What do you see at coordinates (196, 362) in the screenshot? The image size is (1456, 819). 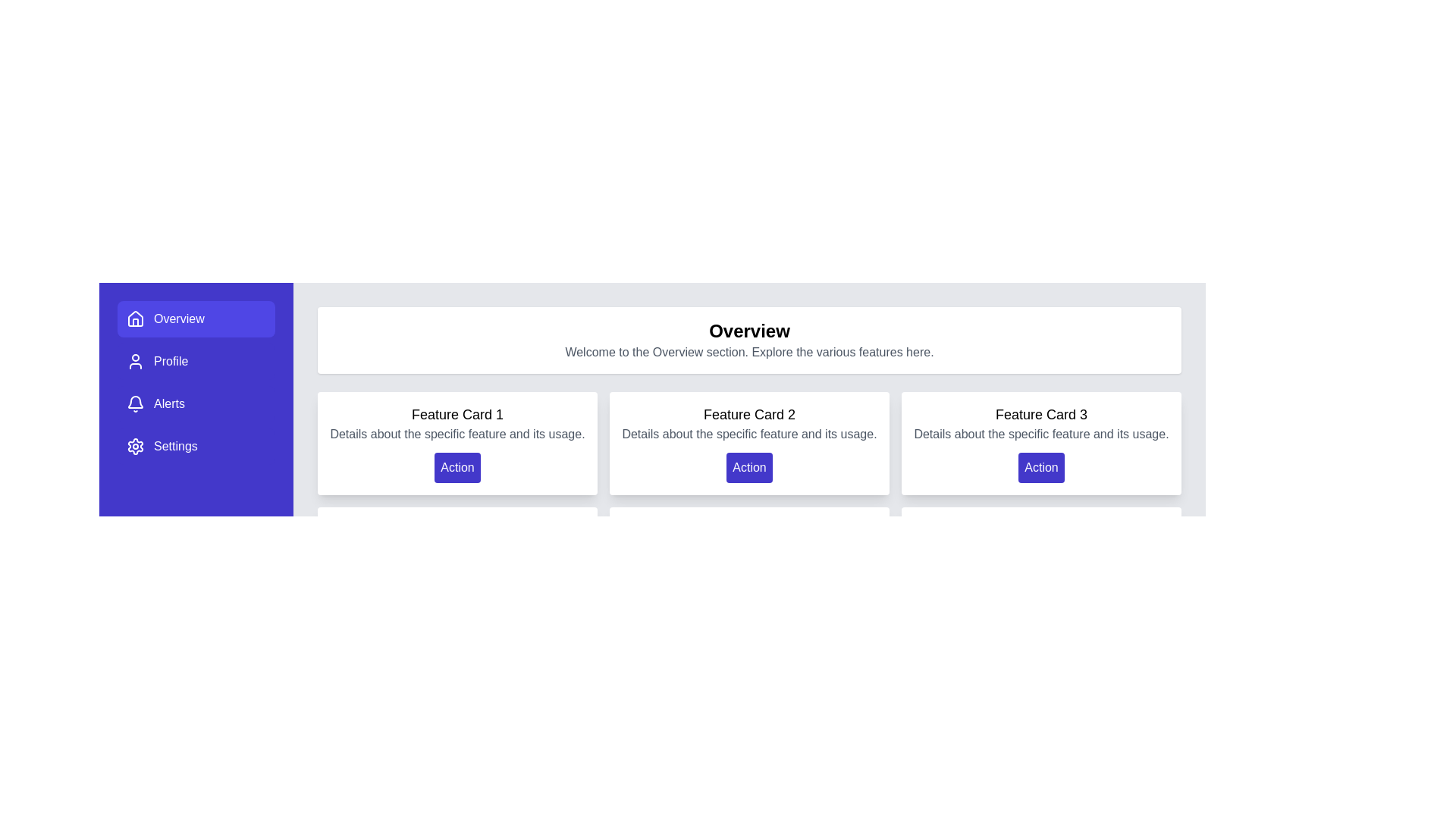 I see `the 'Profile' navigational button located in the vertical sidebar menu, which is the second entry following the 'Overview' button` at bounding box center [196, 362].